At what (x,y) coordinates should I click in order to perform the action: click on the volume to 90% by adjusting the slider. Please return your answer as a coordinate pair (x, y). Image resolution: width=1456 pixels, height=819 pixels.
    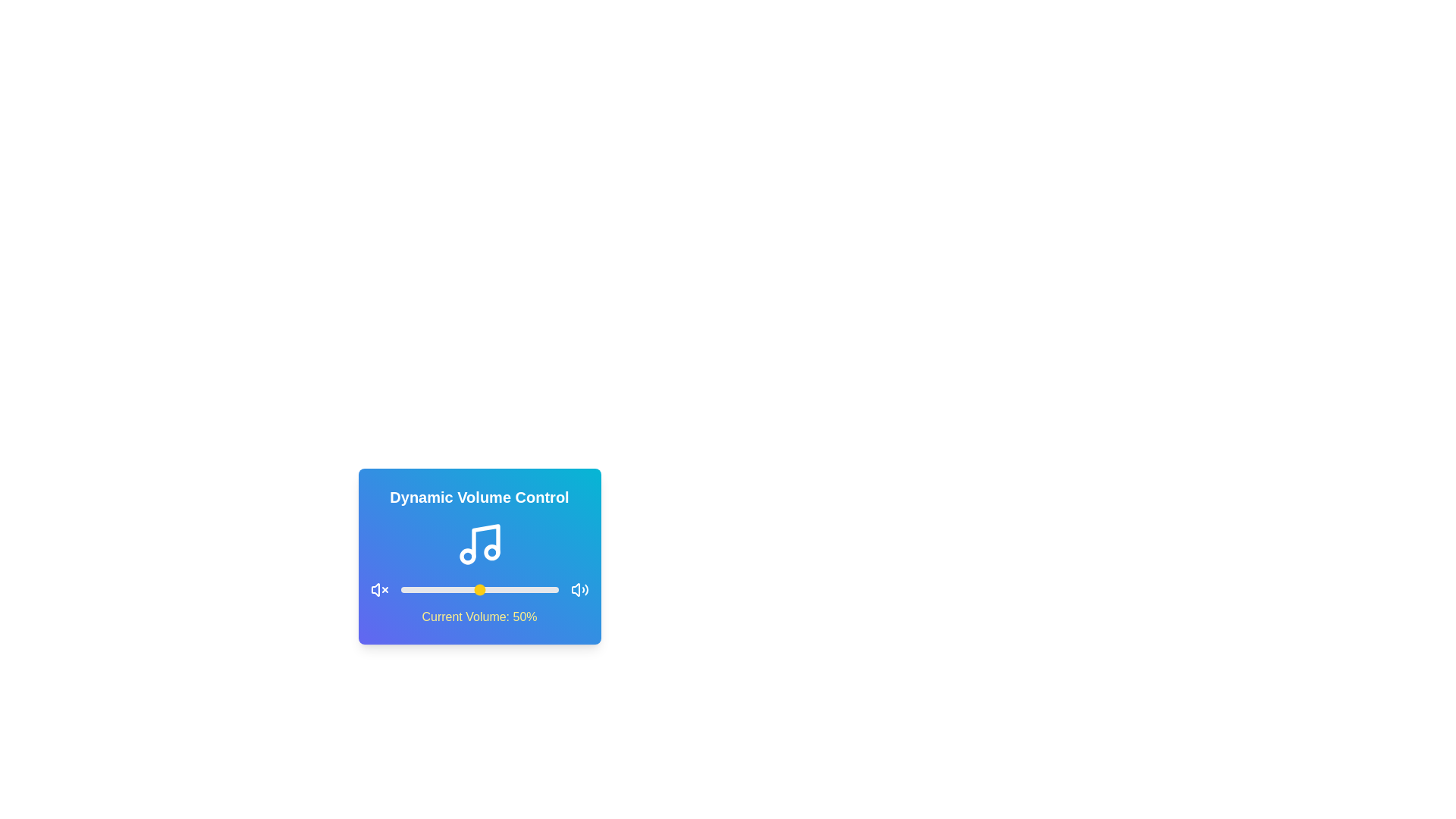
    Looking at the image, I should click on (542, 589).